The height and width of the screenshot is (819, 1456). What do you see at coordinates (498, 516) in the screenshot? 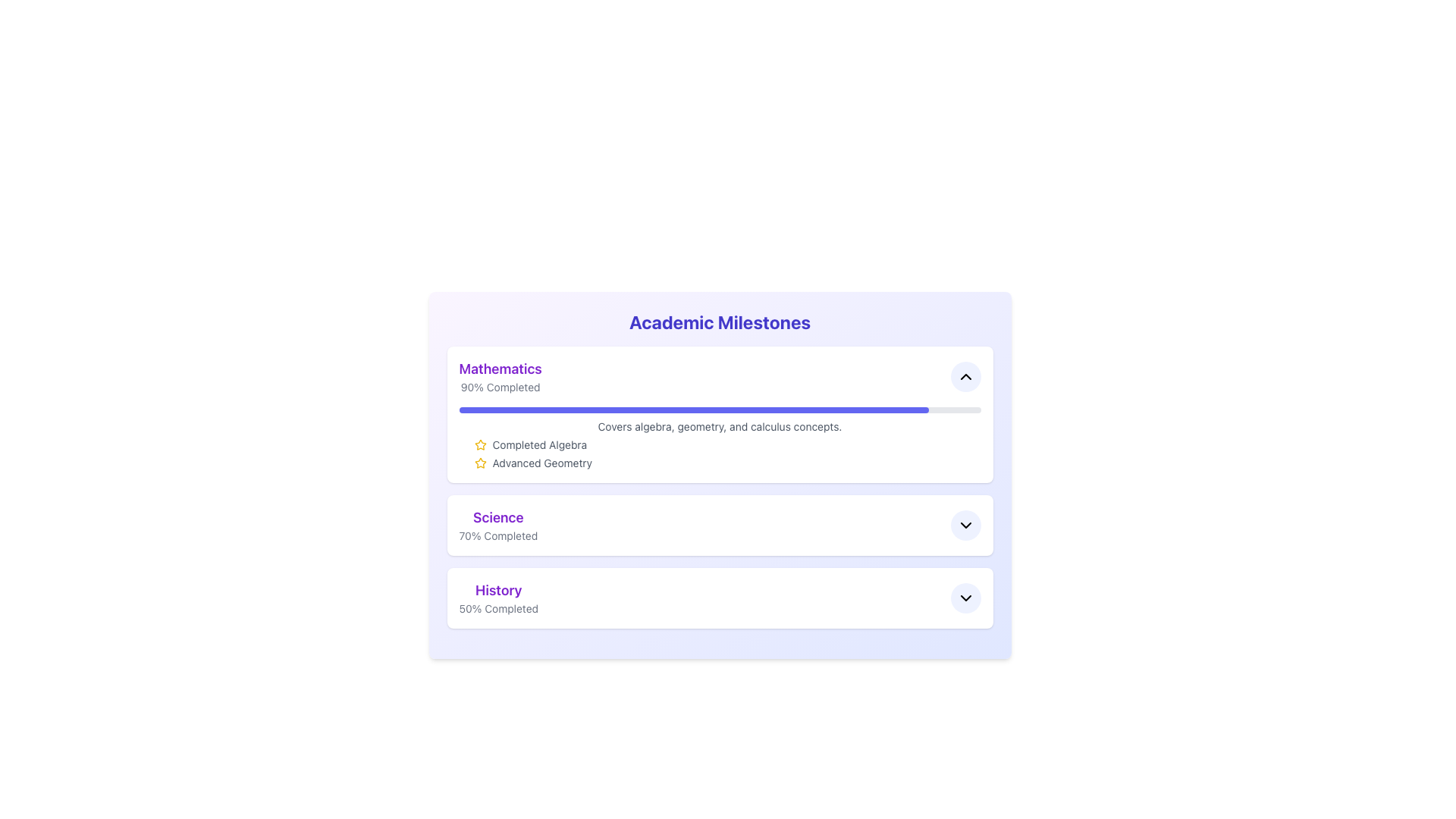
I see `the 'Science' label, which is a bold, large, purple header in the academic milestones listing interface` at bounding box center [498, 516].